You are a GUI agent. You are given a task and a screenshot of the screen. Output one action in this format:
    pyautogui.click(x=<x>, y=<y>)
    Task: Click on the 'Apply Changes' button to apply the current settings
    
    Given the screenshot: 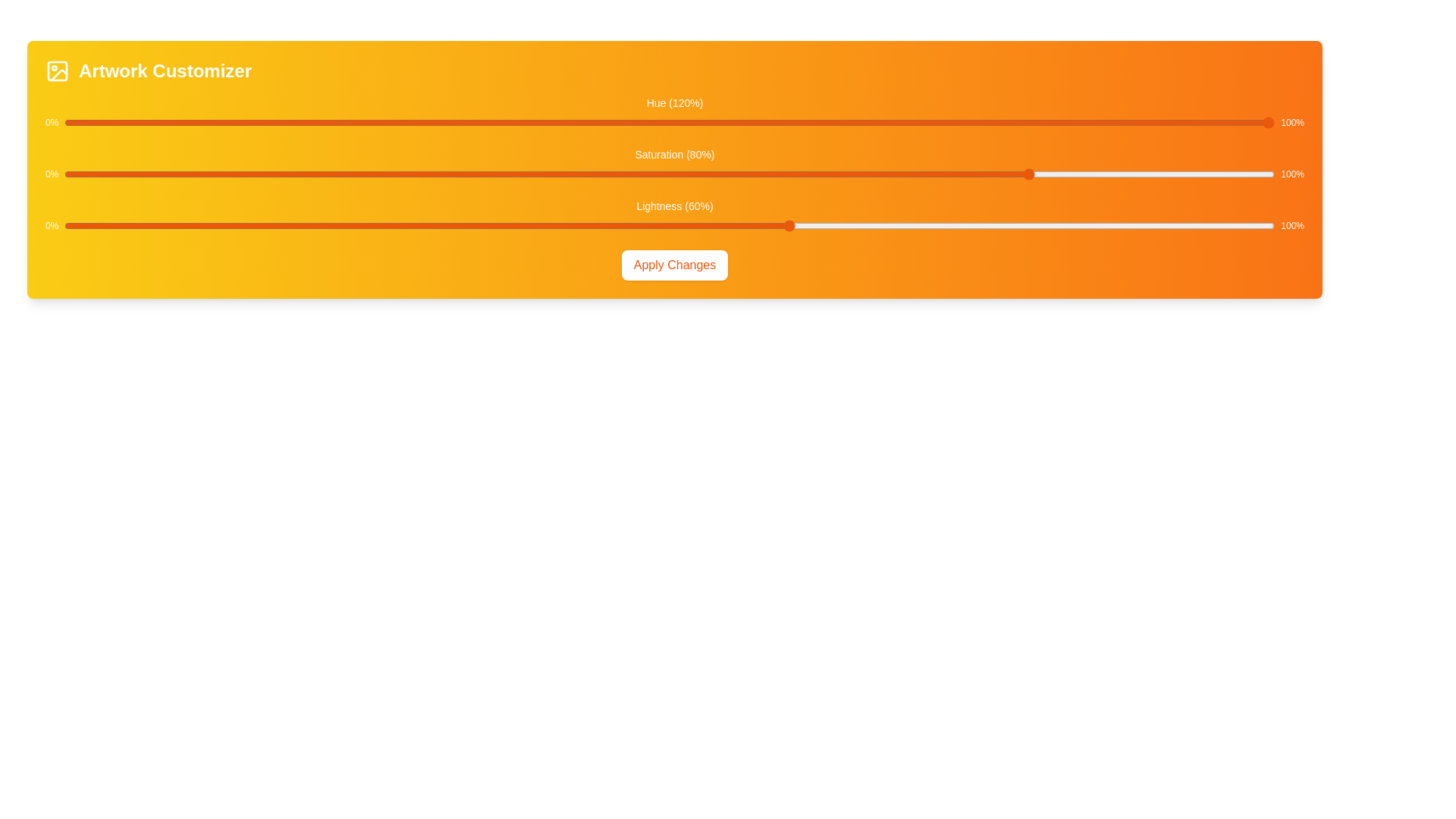 What is the action you would take?
    pyautogui.click(x=673, y=265)
    